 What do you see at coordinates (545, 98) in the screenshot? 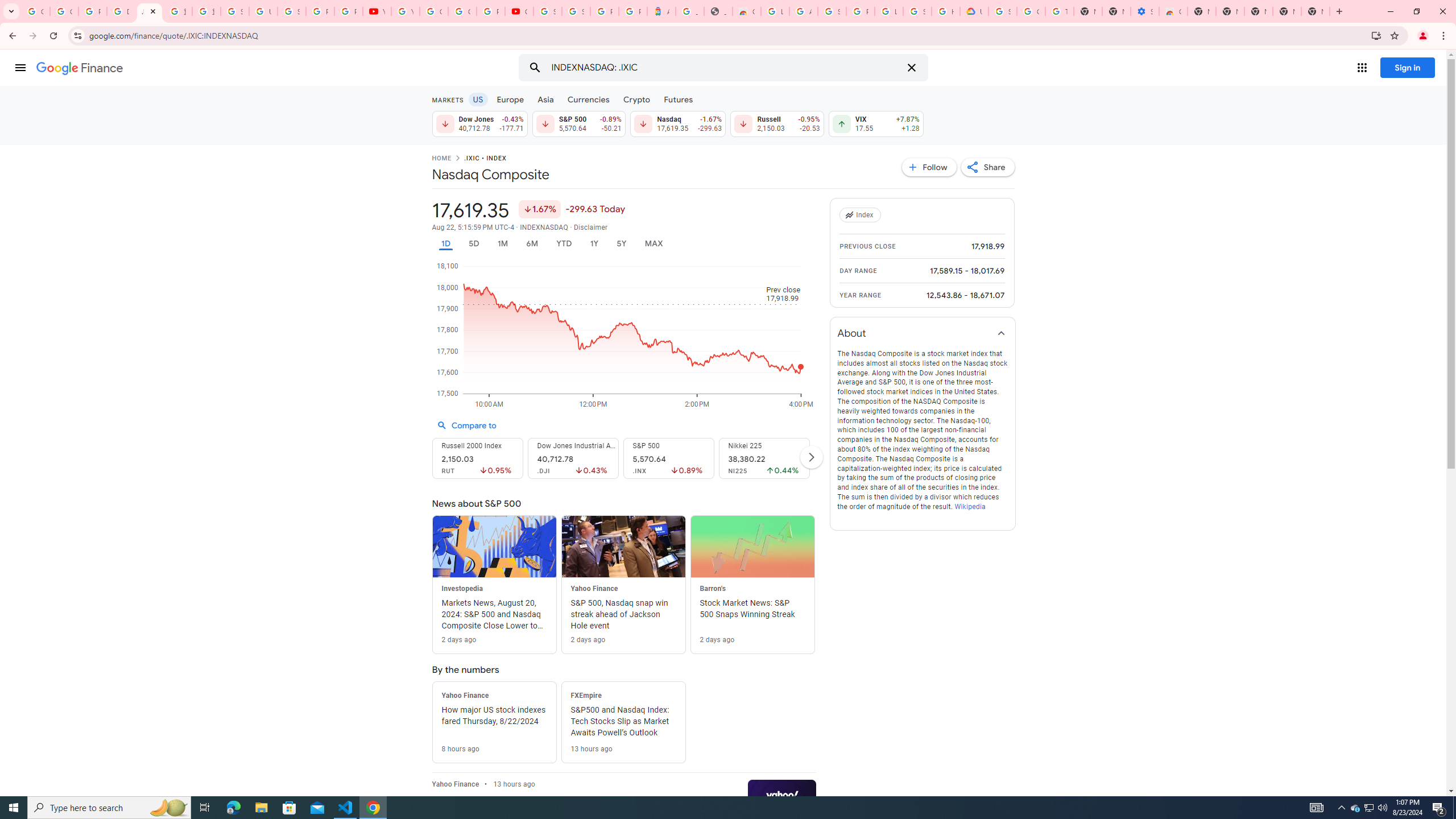
I see `'Asia'` at bounding box center [545, 98].